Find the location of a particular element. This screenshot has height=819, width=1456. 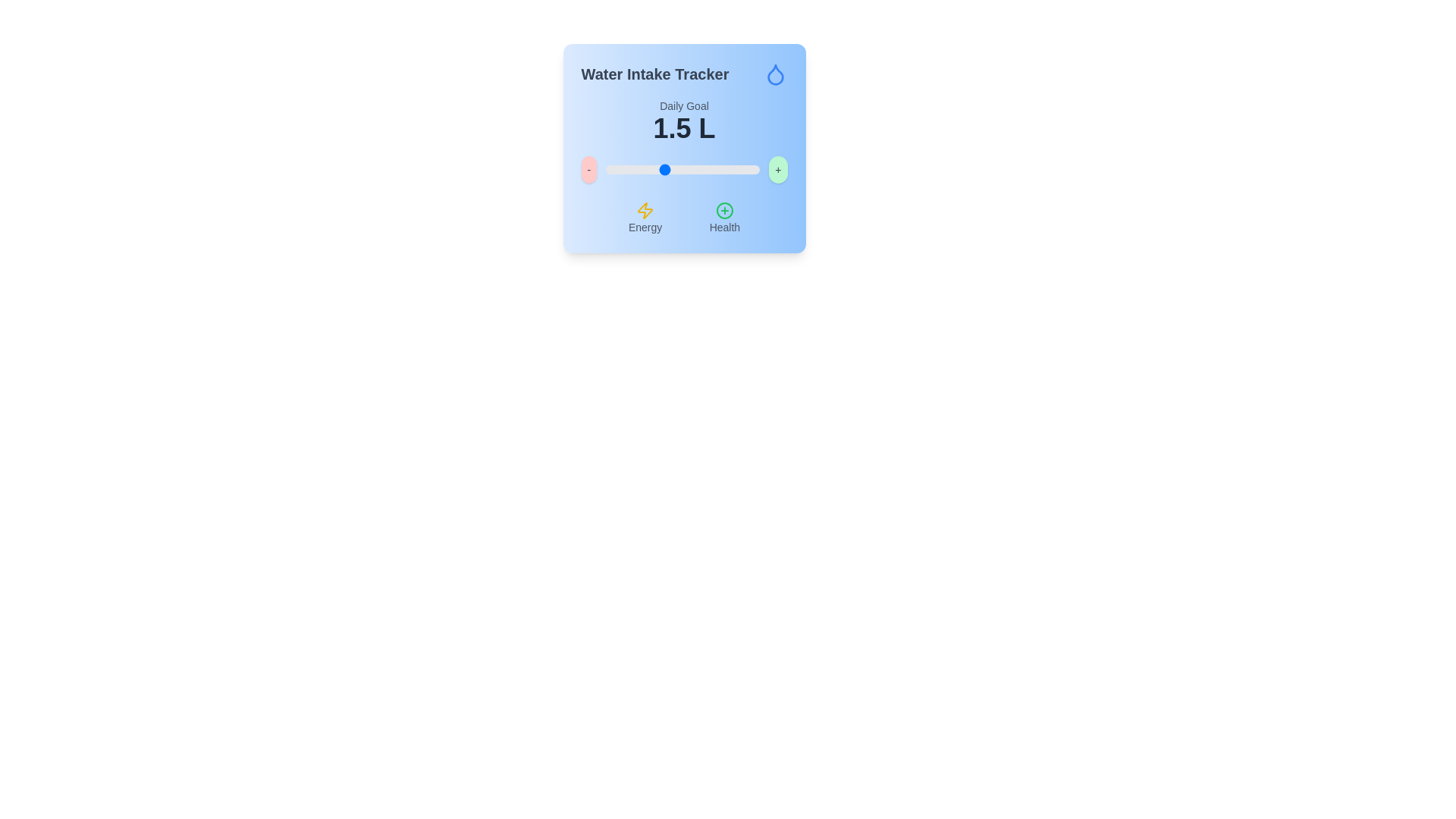

the slider is located at coordinates (682, 169).